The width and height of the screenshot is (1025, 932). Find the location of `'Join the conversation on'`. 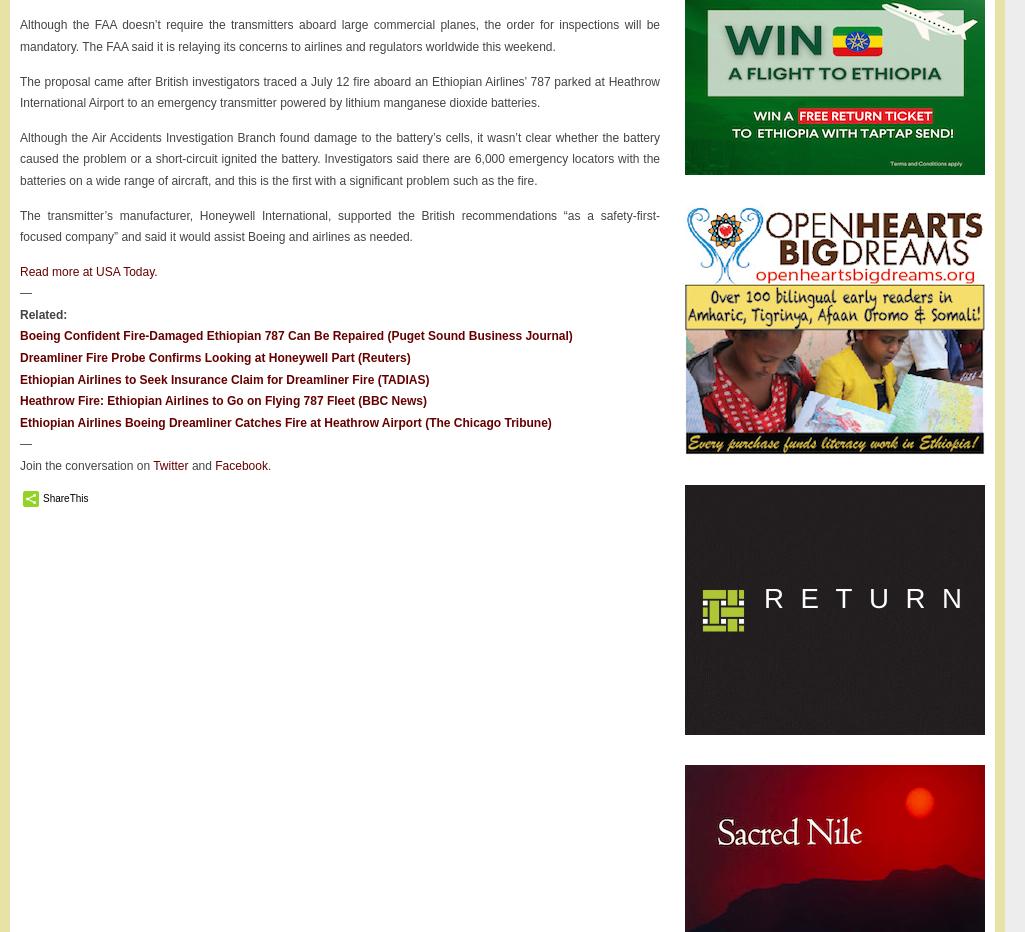

'Join the conversation on' is located at coordinates (19, 466).